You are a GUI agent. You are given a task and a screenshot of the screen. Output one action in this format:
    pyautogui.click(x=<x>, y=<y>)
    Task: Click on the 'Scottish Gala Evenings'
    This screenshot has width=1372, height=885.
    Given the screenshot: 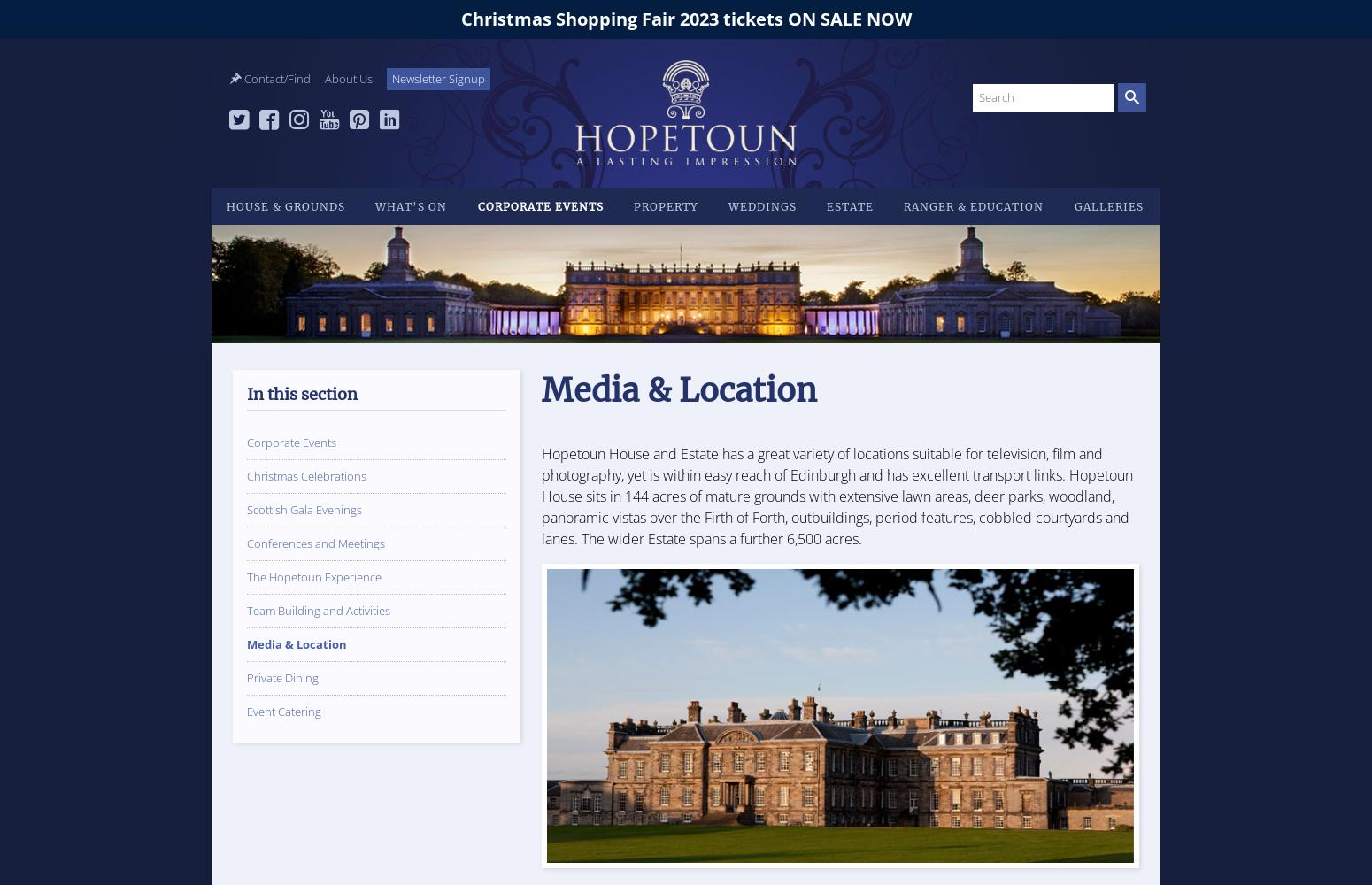 What is the action you would take?
    pyautogui.click(x=303, y=509)
    